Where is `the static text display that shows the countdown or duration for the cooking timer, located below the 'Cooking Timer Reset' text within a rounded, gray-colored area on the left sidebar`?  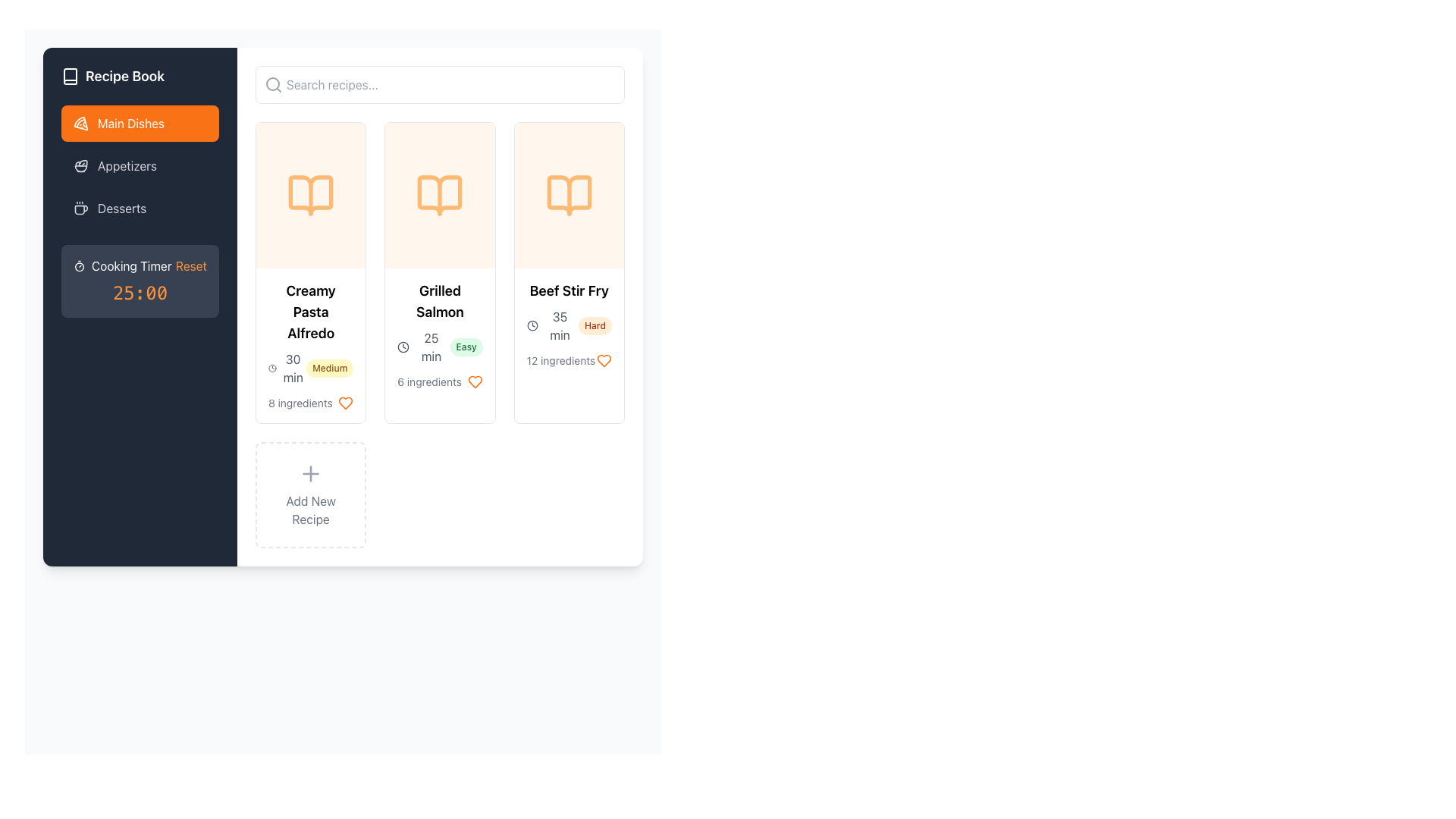 the static text display that shows the countdown or duration for the cooking timer, located below the 'Cooking Timer Reset' text within a rounded, gray-colored area on the left sidebar is located at coordinates (140, 293).